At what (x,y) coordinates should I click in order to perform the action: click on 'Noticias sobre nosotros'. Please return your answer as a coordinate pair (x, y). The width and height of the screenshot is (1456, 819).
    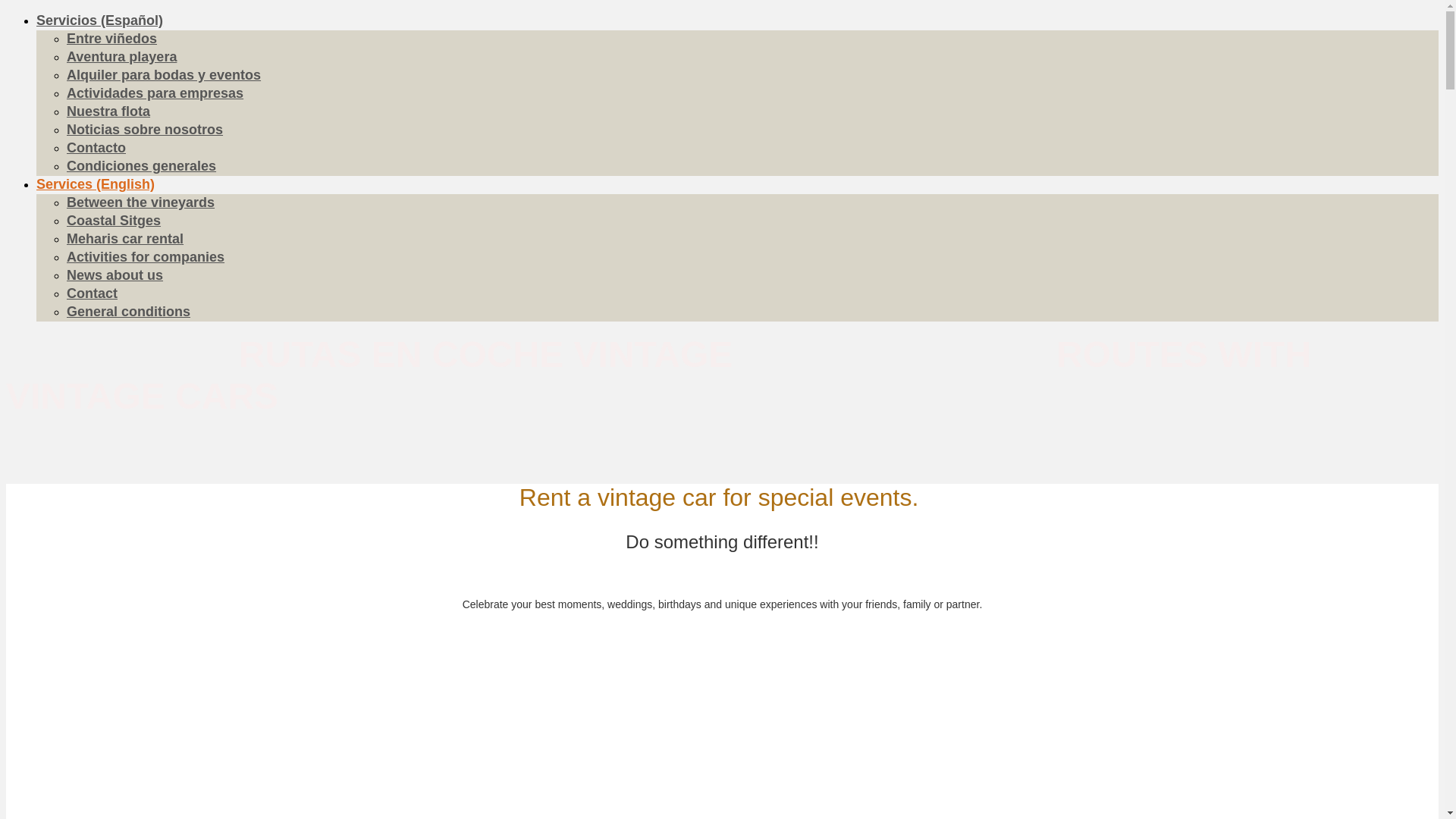
    Looking at the image, I should click on (145, 128).